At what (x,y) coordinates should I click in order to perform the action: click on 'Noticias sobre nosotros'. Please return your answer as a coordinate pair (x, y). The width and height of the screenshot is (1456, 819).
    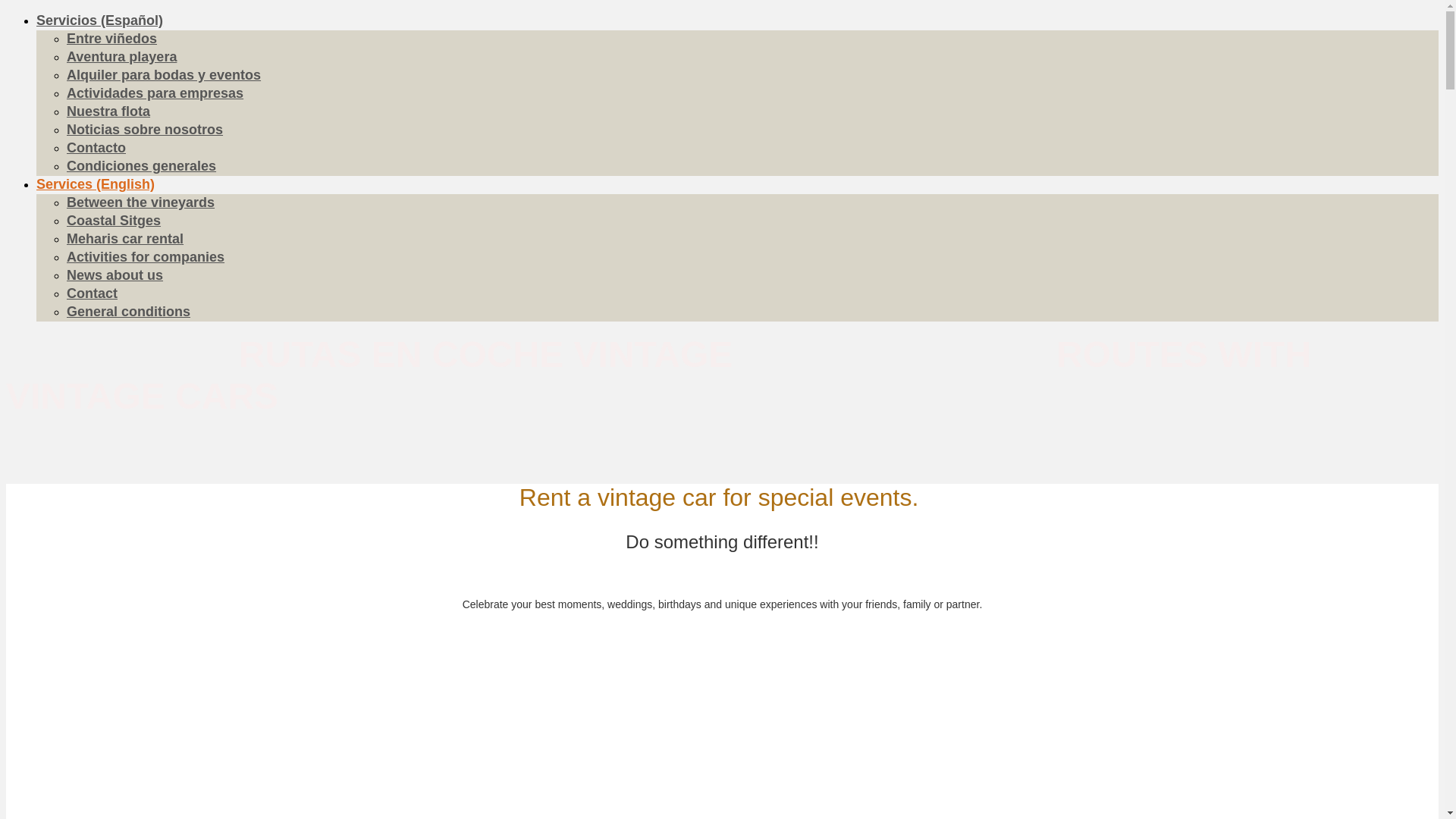
    Looking at the image, I should click on (145, 128).